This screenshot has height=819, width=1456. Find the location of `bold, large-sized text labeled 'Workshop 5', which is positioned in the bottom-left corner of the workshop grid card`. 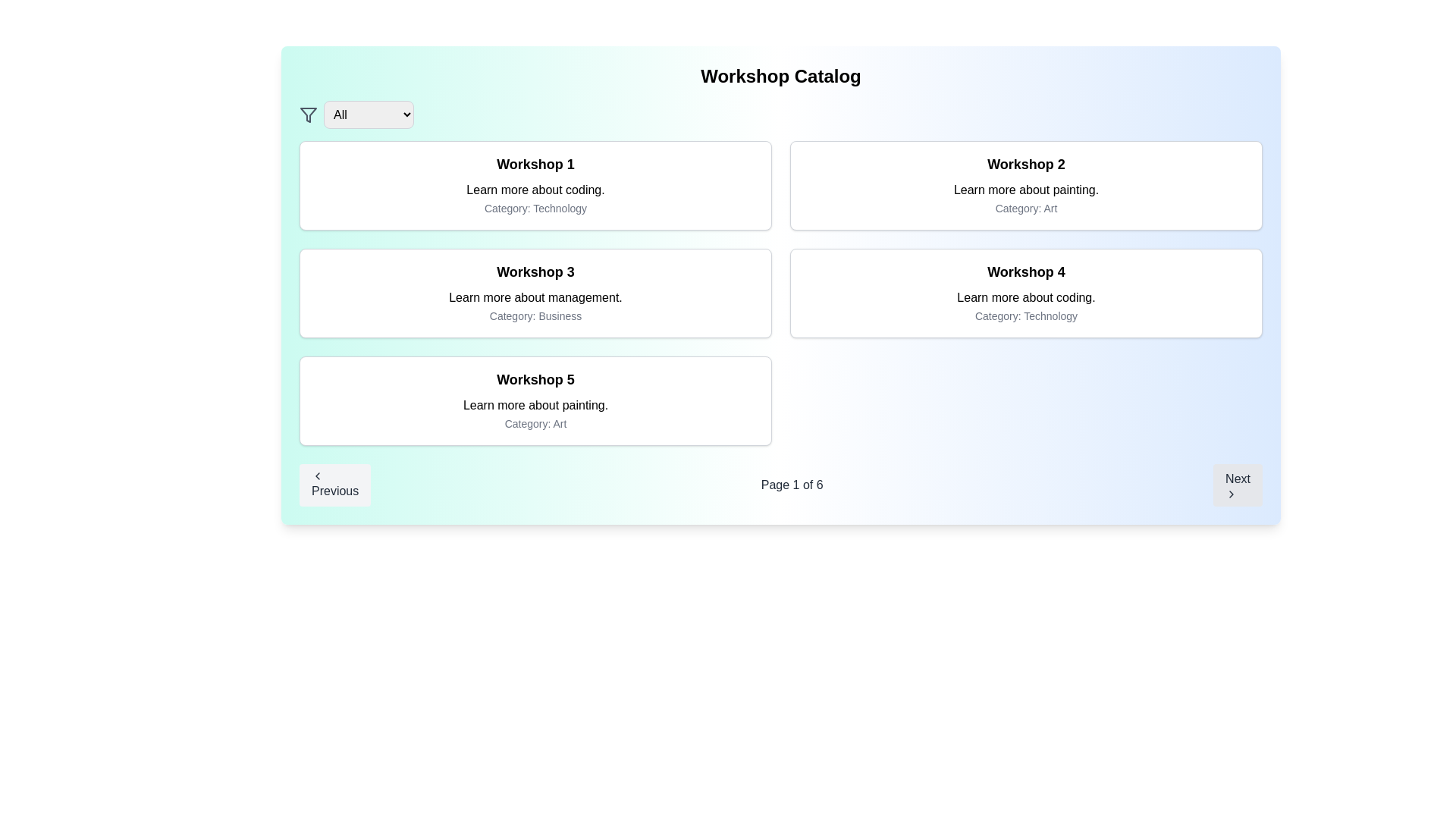

bold, large-sized text labeled 'Workshop 5', which is positioned in the bottom-left corner of the workshop grid card is located at coordinates (535, 379).